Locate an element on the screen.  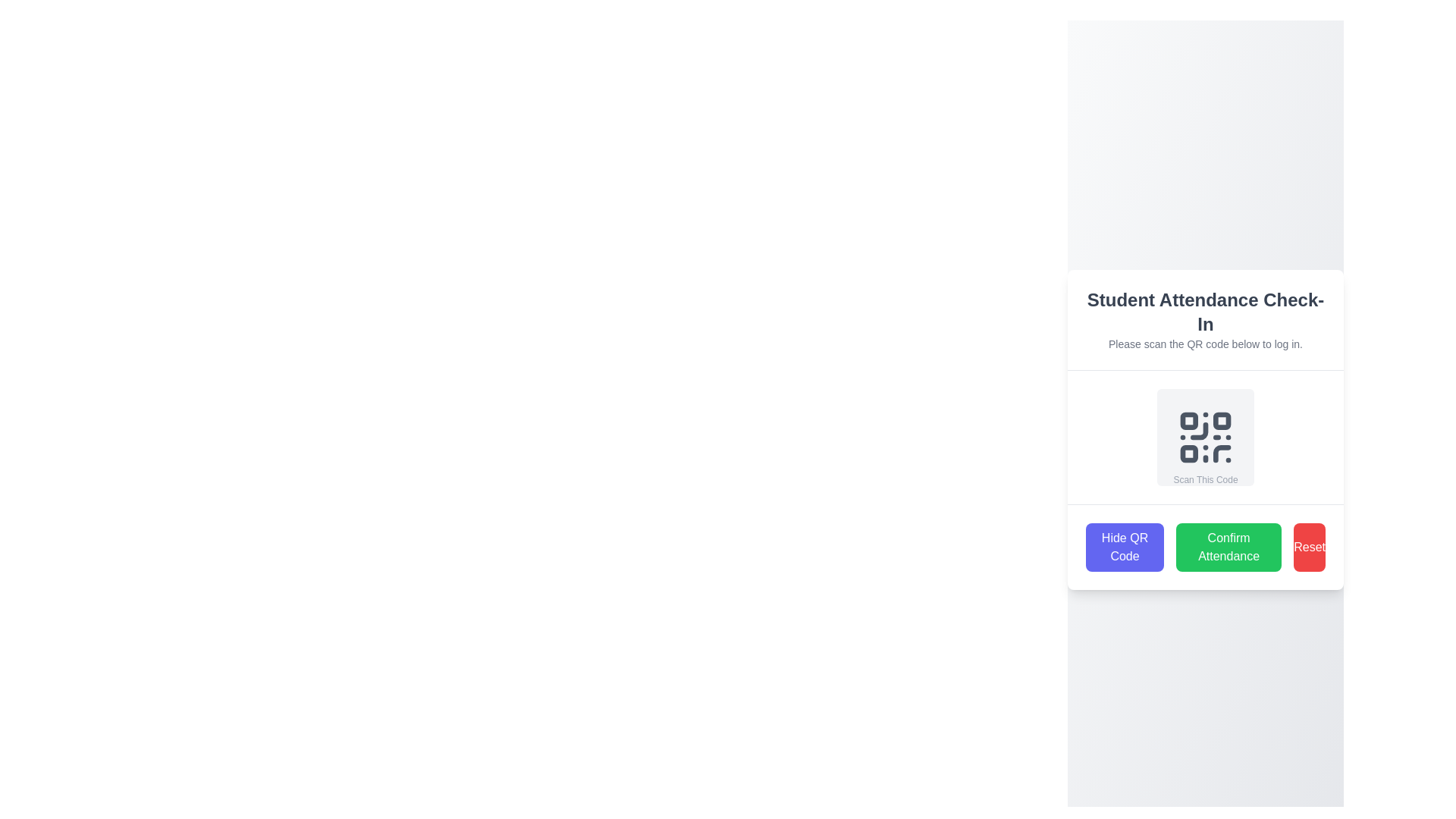
the small rounded square portion of the QR code icon located in the lower-right segment of the QR code graphic is located at coordinates (1222, 453).